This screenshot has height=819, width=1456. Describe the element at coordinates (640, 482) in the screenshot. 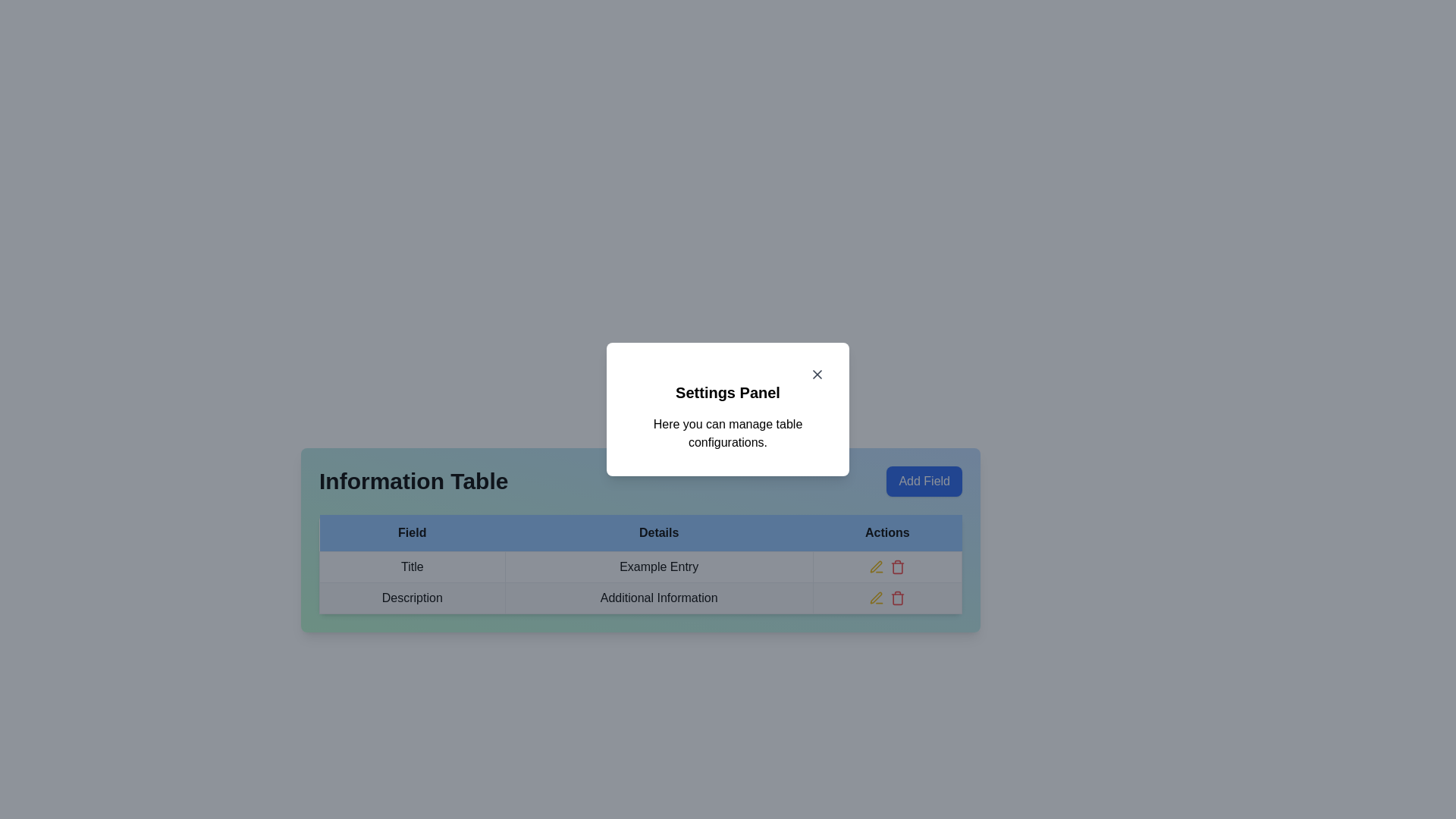

I see `title text 'Information Table' for context by focusing on the title bar element that includes the 'Add Field' button` at that location.